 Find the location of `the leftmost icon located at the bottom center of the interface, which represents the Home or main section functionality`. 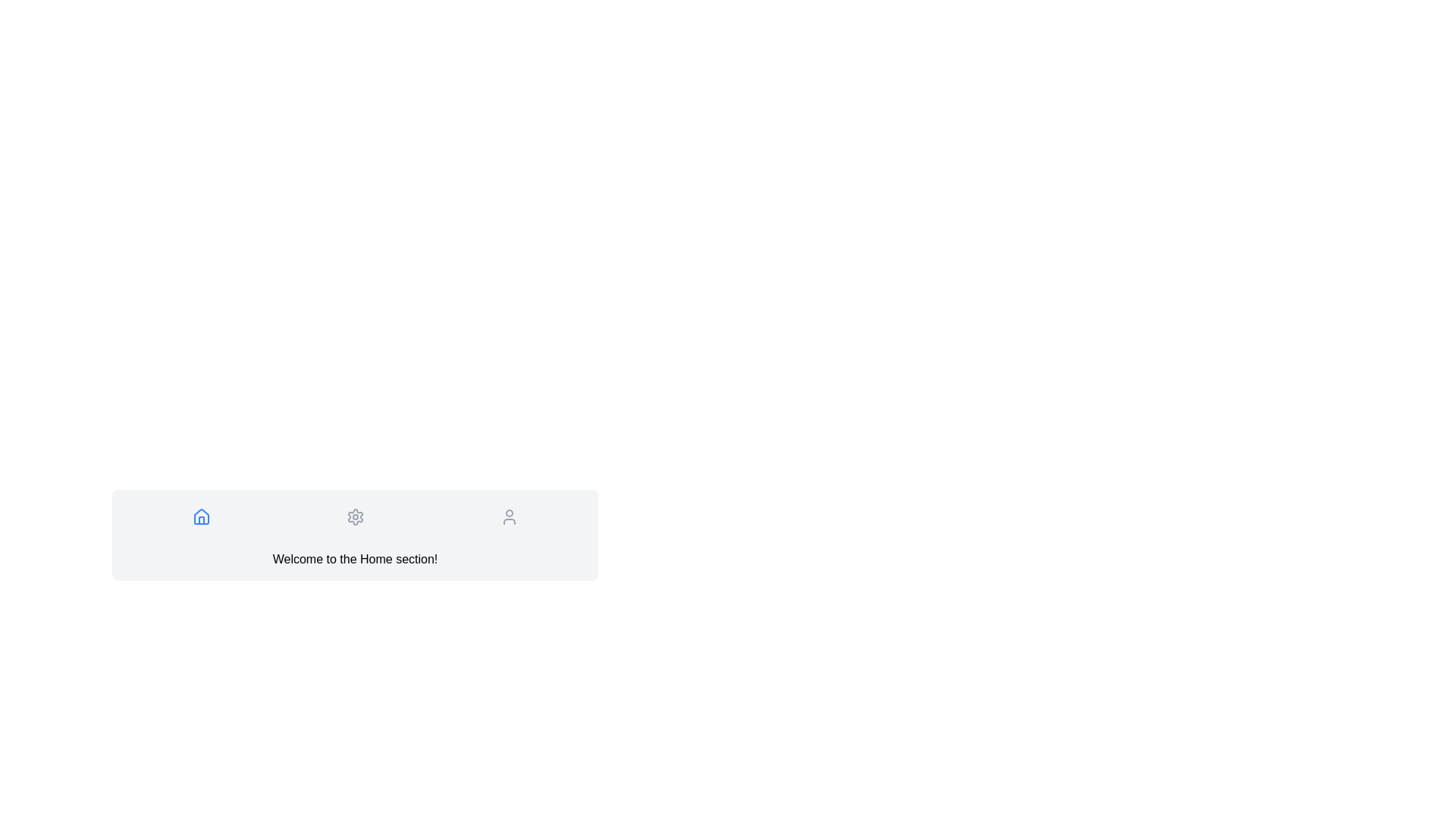

the leftmost icon located at the bottom center of the interface, which represents the Home or main section functionality is located at coordinates (200, 519).